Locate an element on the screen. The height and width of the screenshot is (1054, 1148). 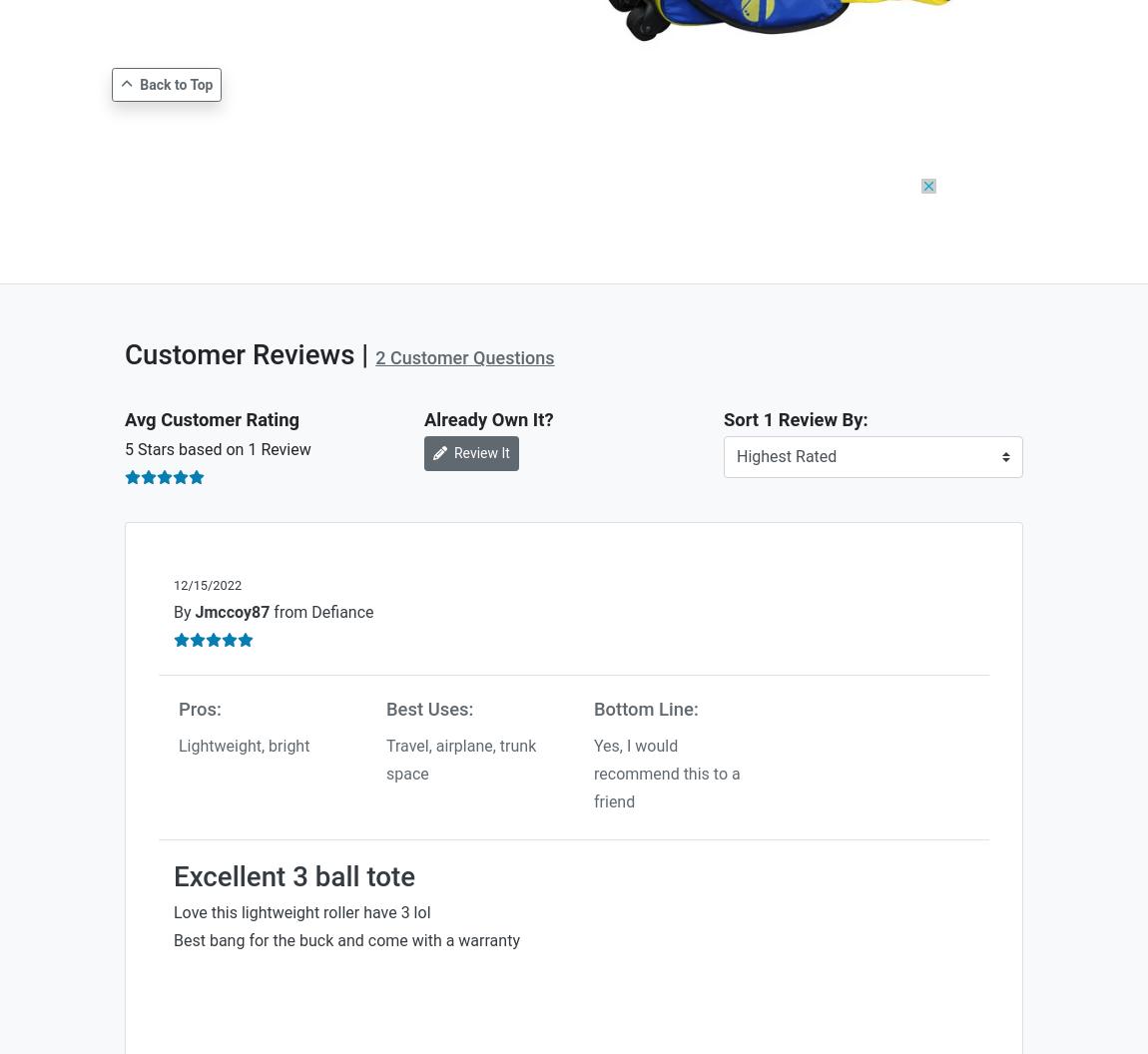
'12/15/2022' is located at coordinates (207, 585).